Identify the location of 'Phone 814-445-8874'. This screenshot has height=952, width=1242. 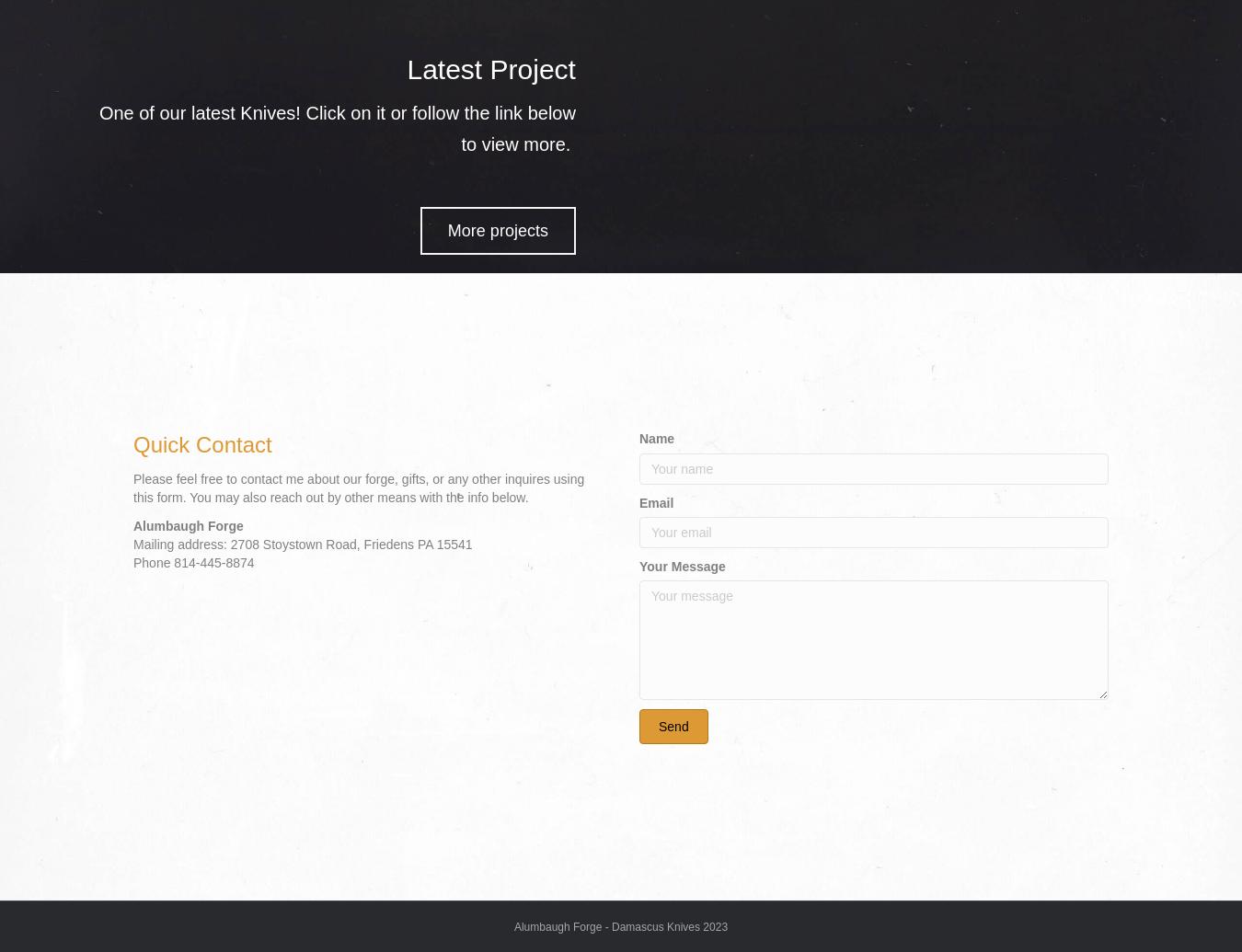
(195, 561).